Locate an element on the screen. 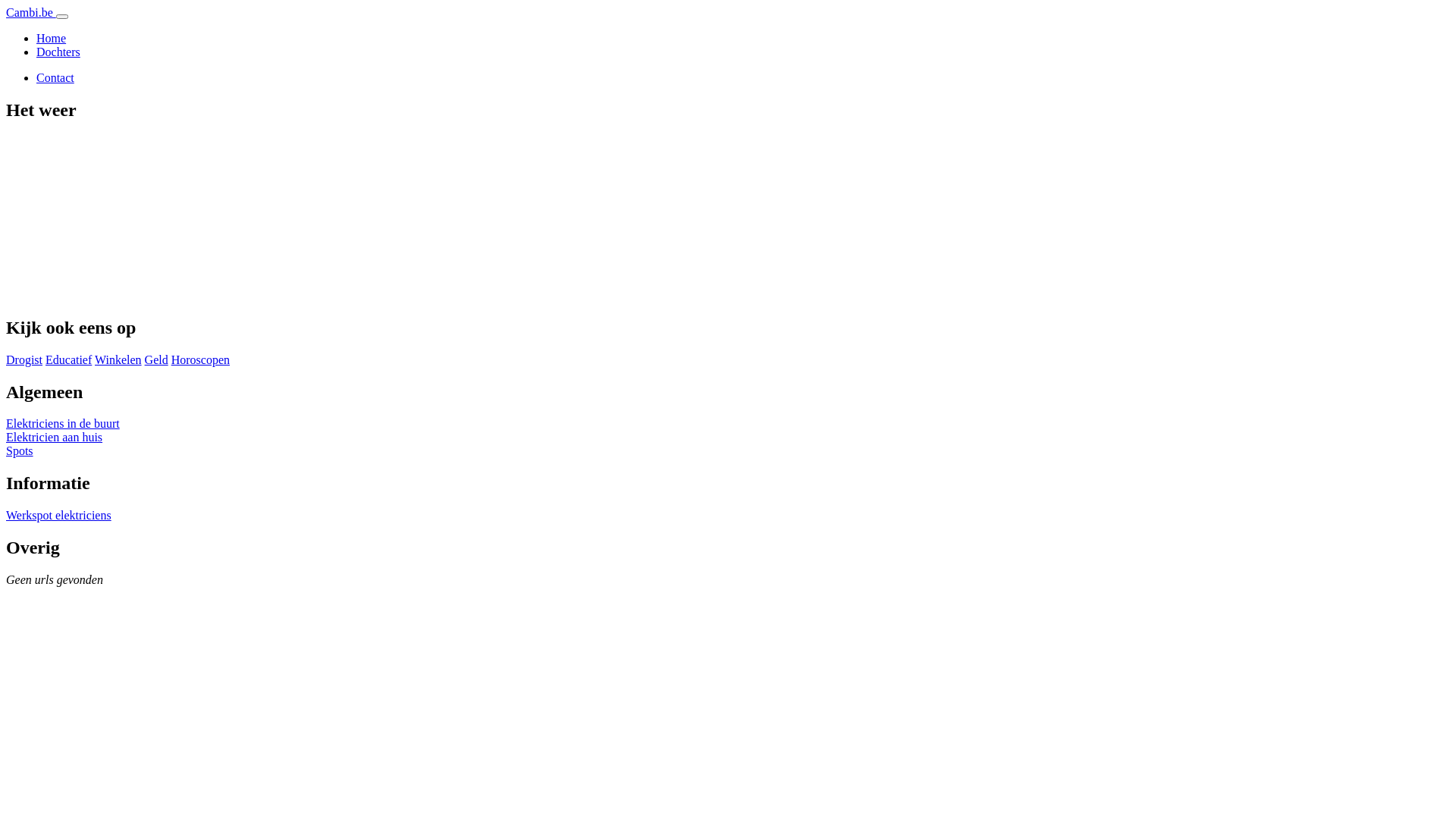 Image resolution: width=1456 pixels, height=819 pixels. 'Geld' is located at coordinates (156, 359).